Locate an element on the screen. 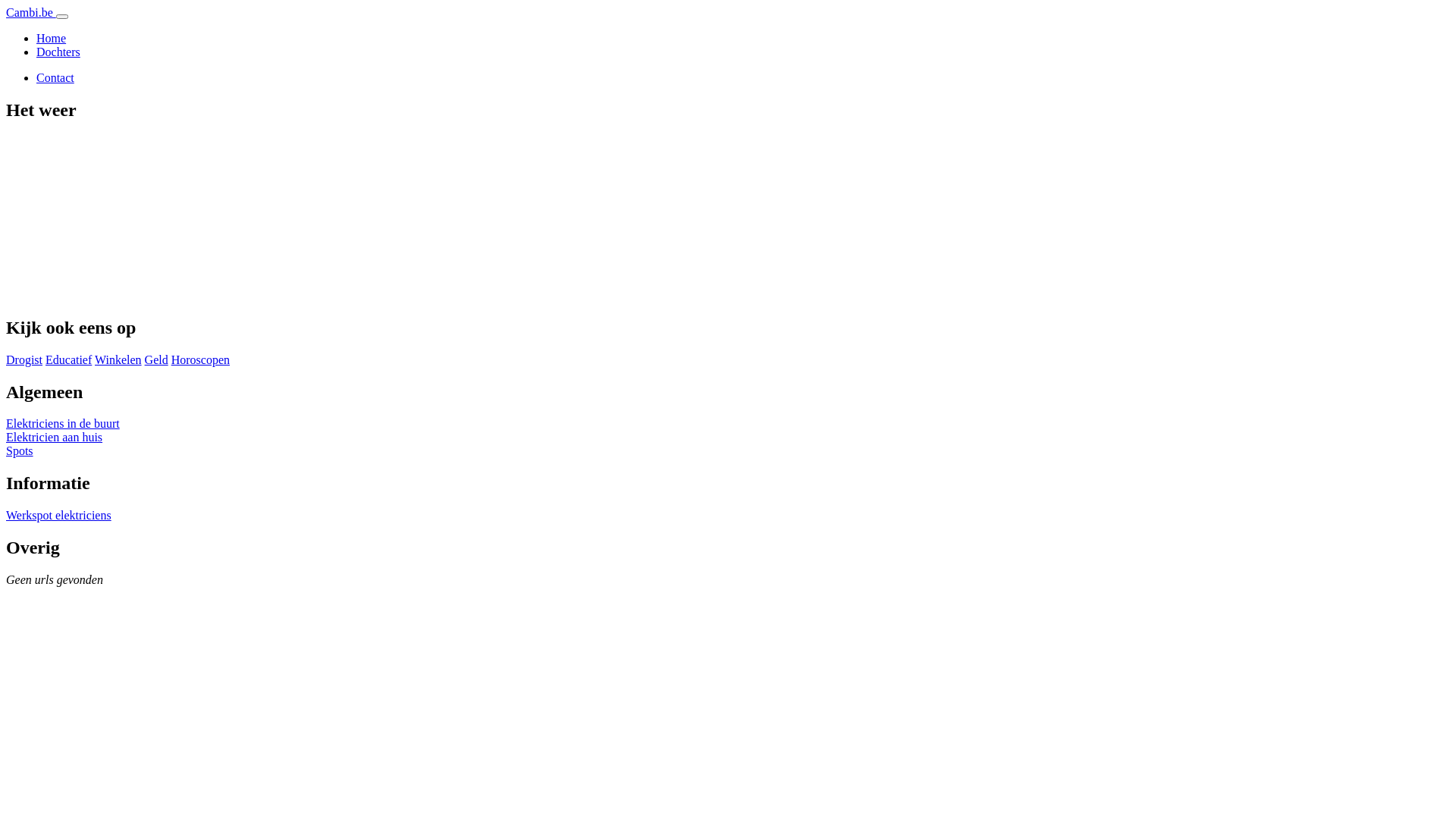 Image resolution: width=1456 pixels, height=819 pixels. 'Geld' is located at coordinates (156, 359).